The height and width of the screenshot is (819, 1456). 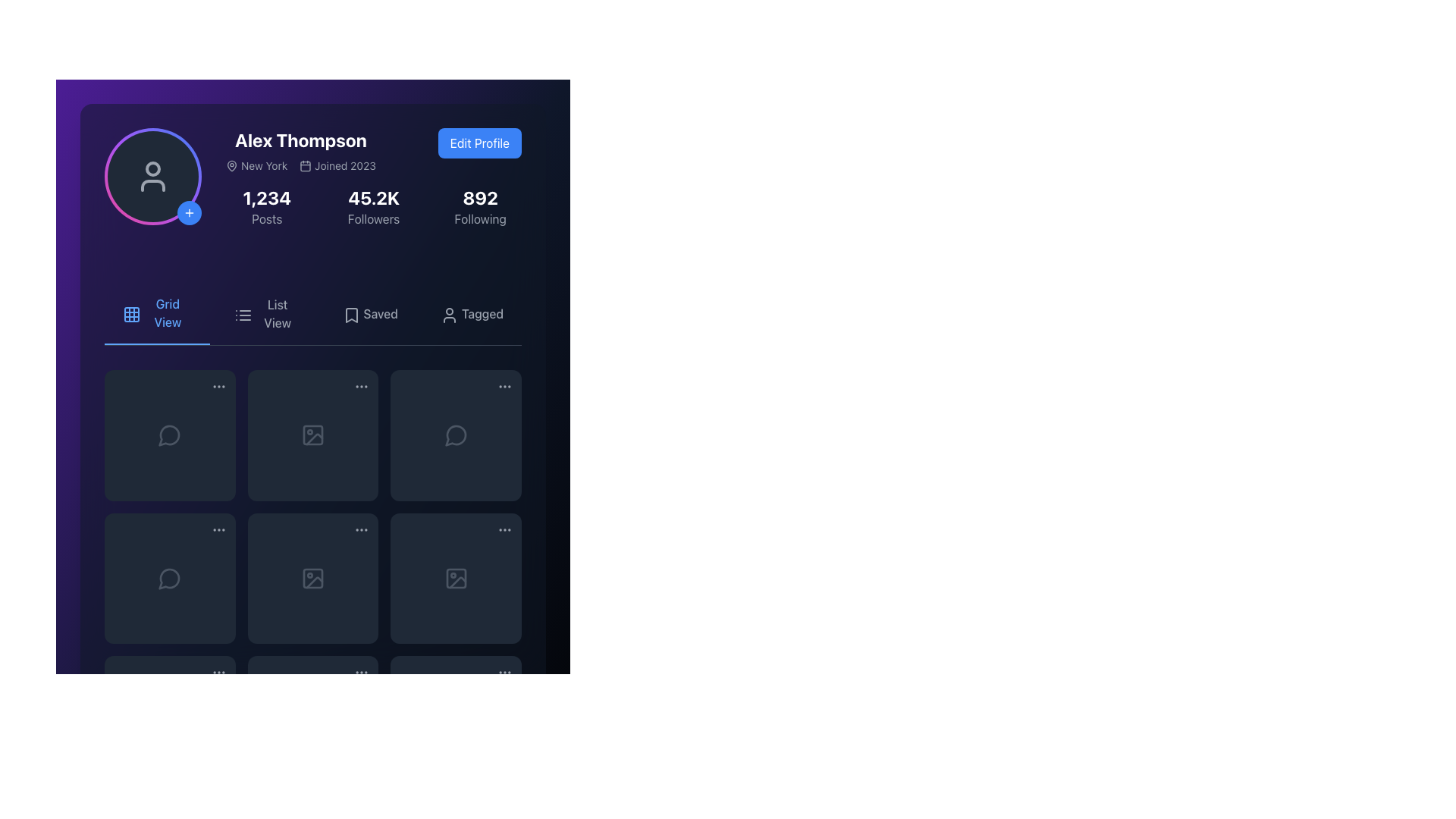 I want to click on the ellipses menu trigger button, which is a circular icon with three horizontally aligned dots located in the top-right corner of the second card in the third row of the grid layout, so click(x=218, y=529).